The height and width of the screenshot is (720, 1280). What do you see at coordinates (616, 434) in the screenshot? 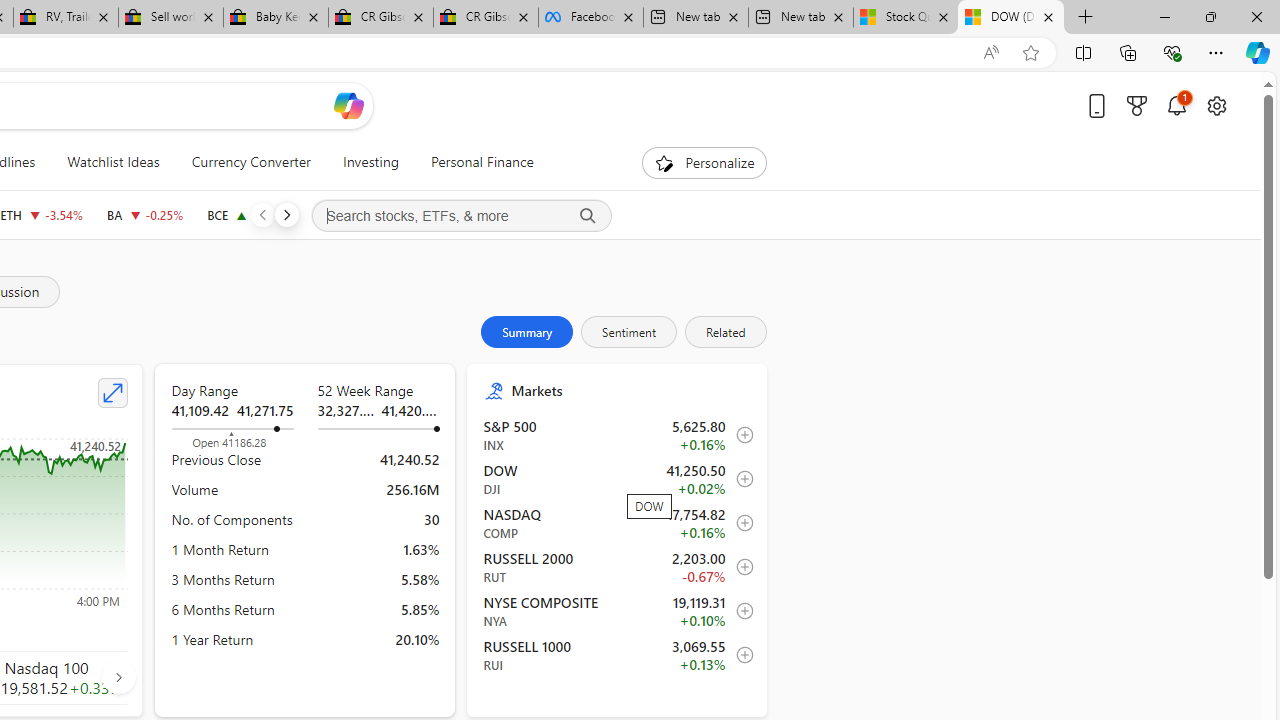
I see `'INX S&P 500 increase 5,625.80 +8.96 +0.16% itemundefined'` at bounding box center [616, 434].